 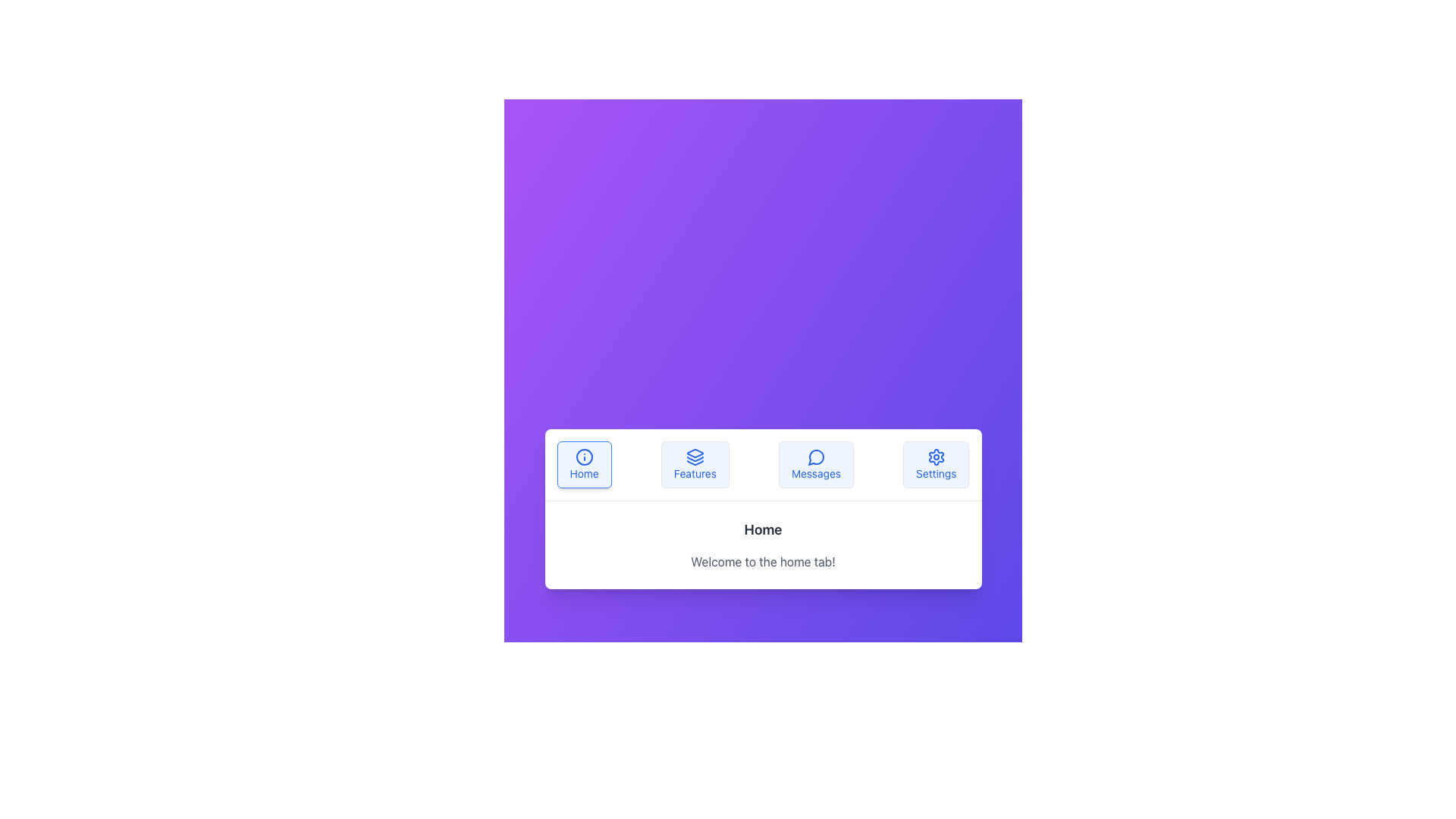 I want to click on the 'Settings' label, which is styled in blue and located at the bottom area underneath the gear icon in the button component on the far-right of the horizontal menu bar, so click(x=935, y=472).